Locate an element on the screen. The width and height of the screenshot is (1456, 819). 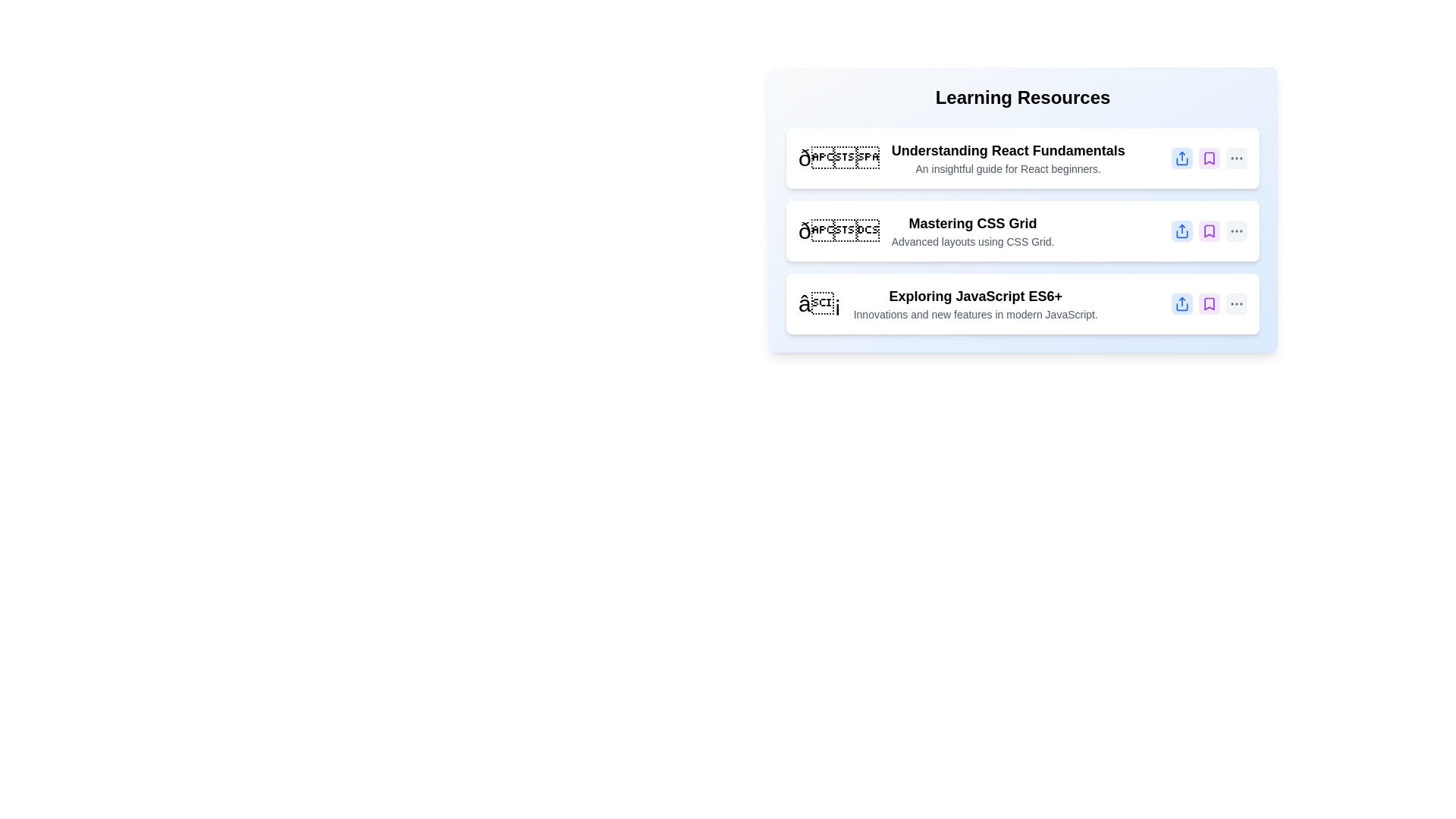
bookmark button for the item titled 'Understanding React Fundamentals' is located at coordinates (1208, 158).